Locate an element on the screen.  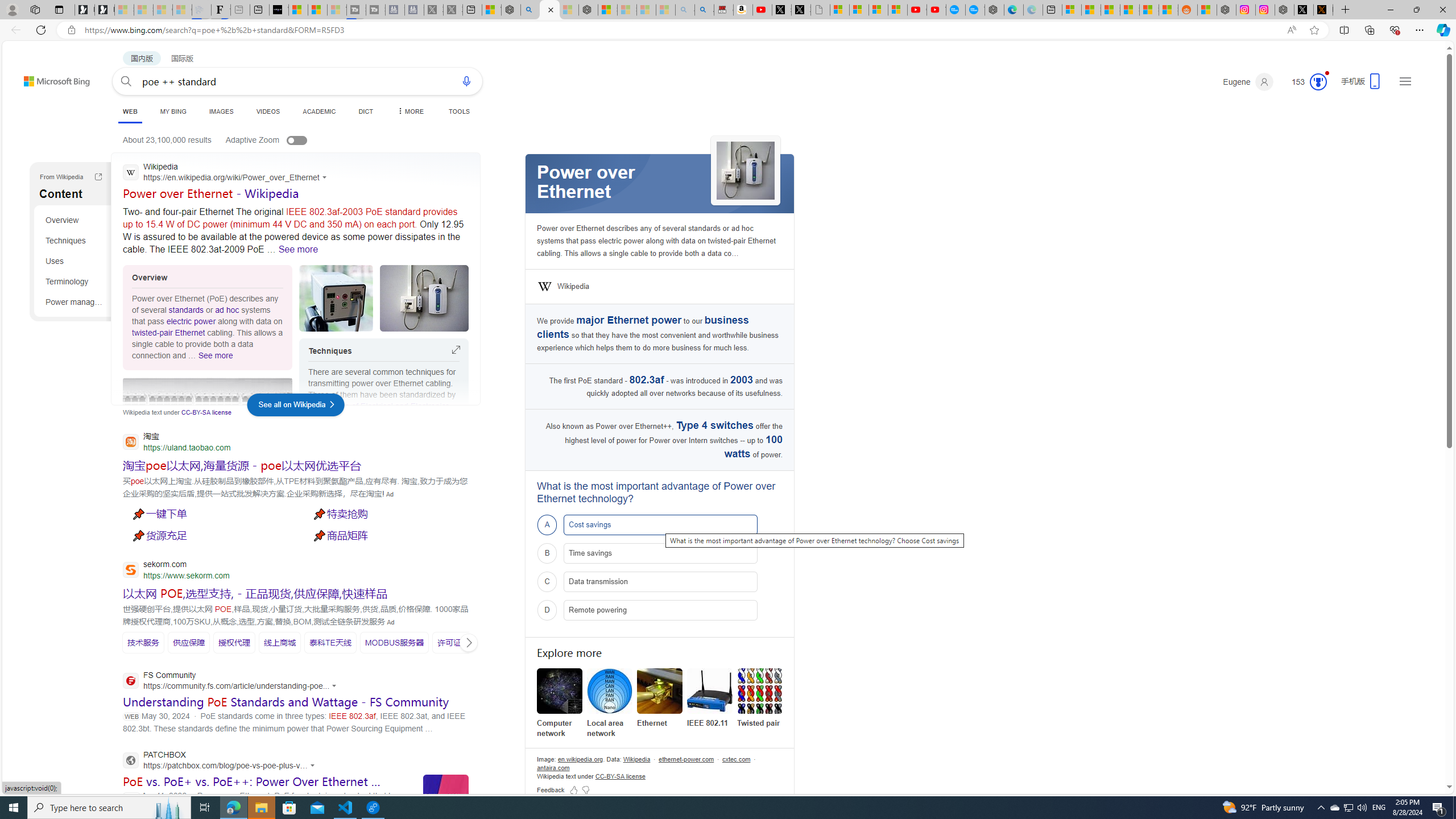
'twisted-pair Ethernet' is located at coordinates (168, 333).